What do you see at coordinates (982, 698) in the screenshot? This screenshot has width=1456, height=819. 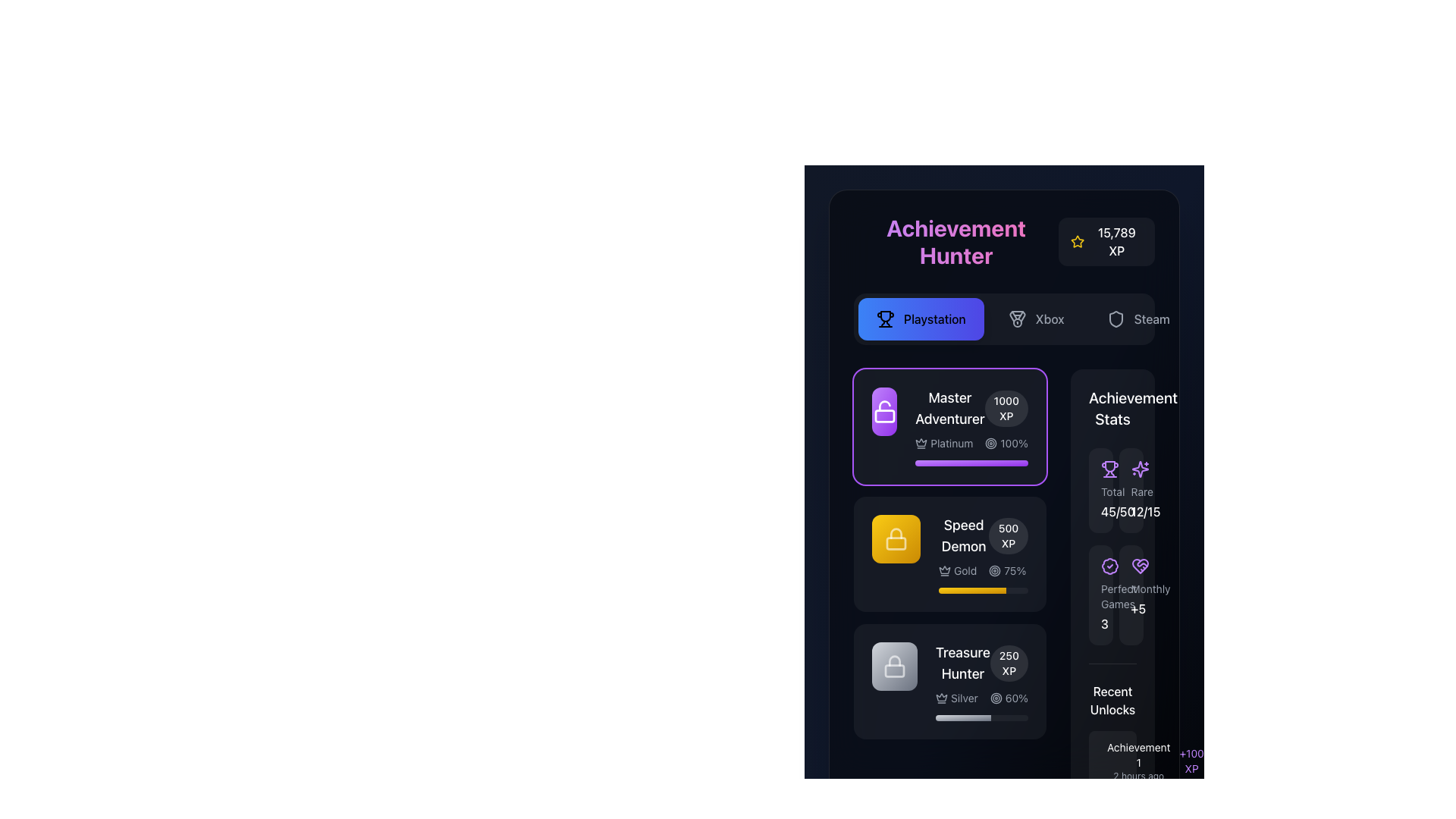 I see `structure of the label displaying a medal and percentage completion for the 'Treasure Hunter' achievement, located beneath '250 XP' and above a progress bar` at bounding box center [982, 698].